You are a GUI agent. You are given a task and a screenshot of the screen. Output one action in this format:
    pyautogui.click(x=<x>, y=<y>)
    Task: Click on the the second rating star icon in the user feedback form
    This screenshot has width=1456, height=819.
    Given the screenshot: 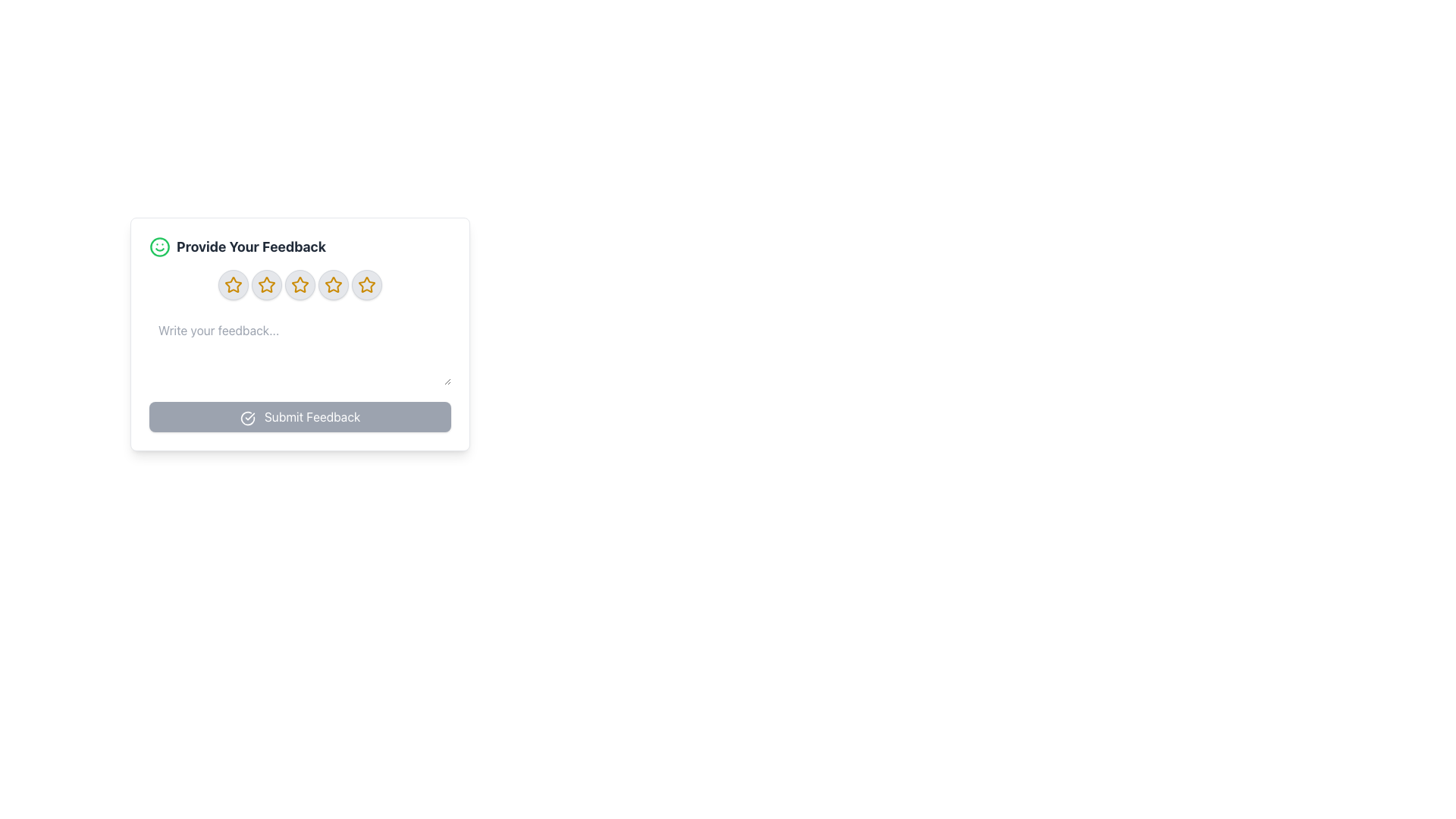 What is the action you would take?
    pyautogui.click(x=266, y=284)
    